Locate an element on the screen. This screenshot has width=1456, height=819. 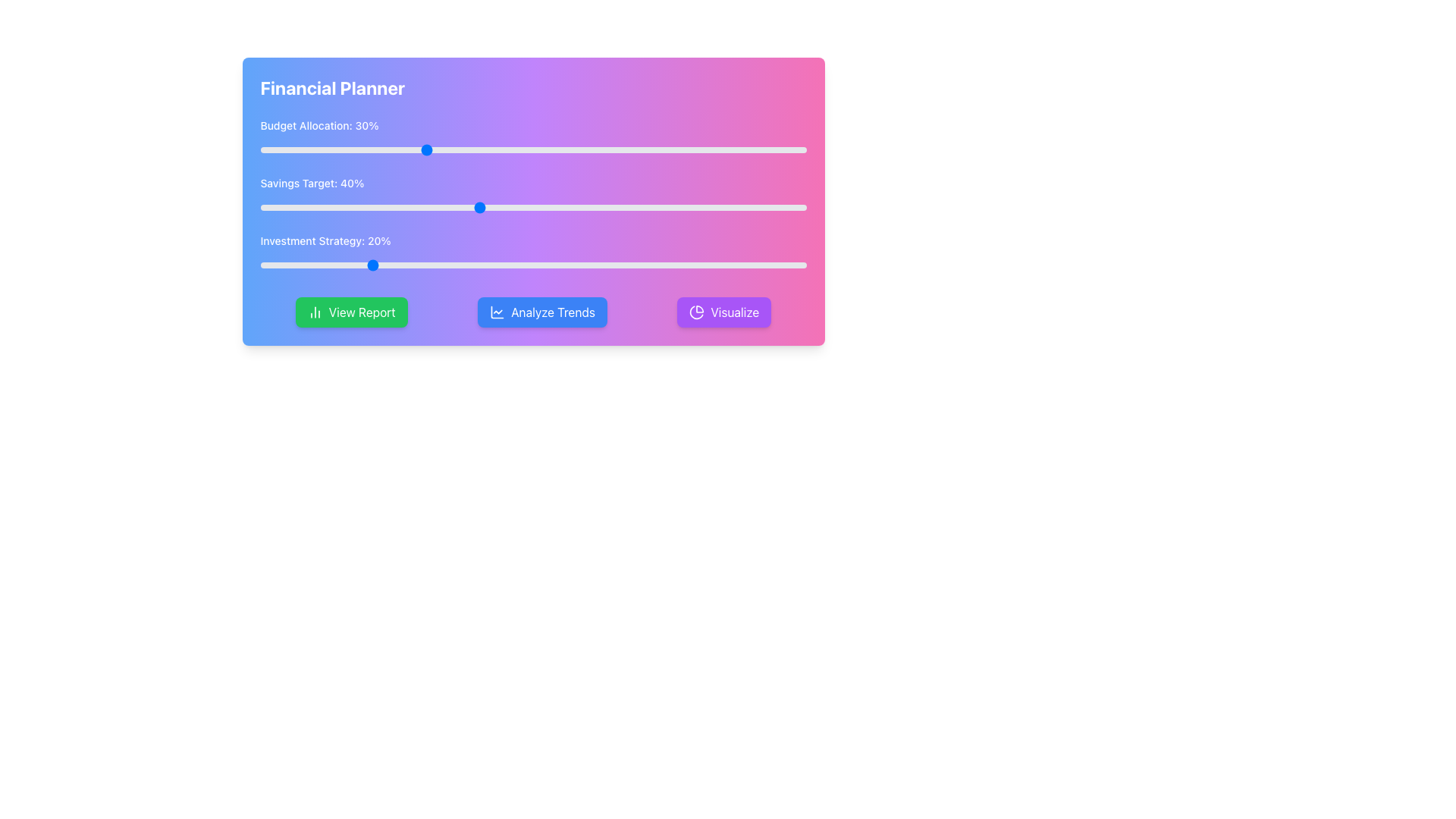
the savings target is located at coordinates (632, 207).